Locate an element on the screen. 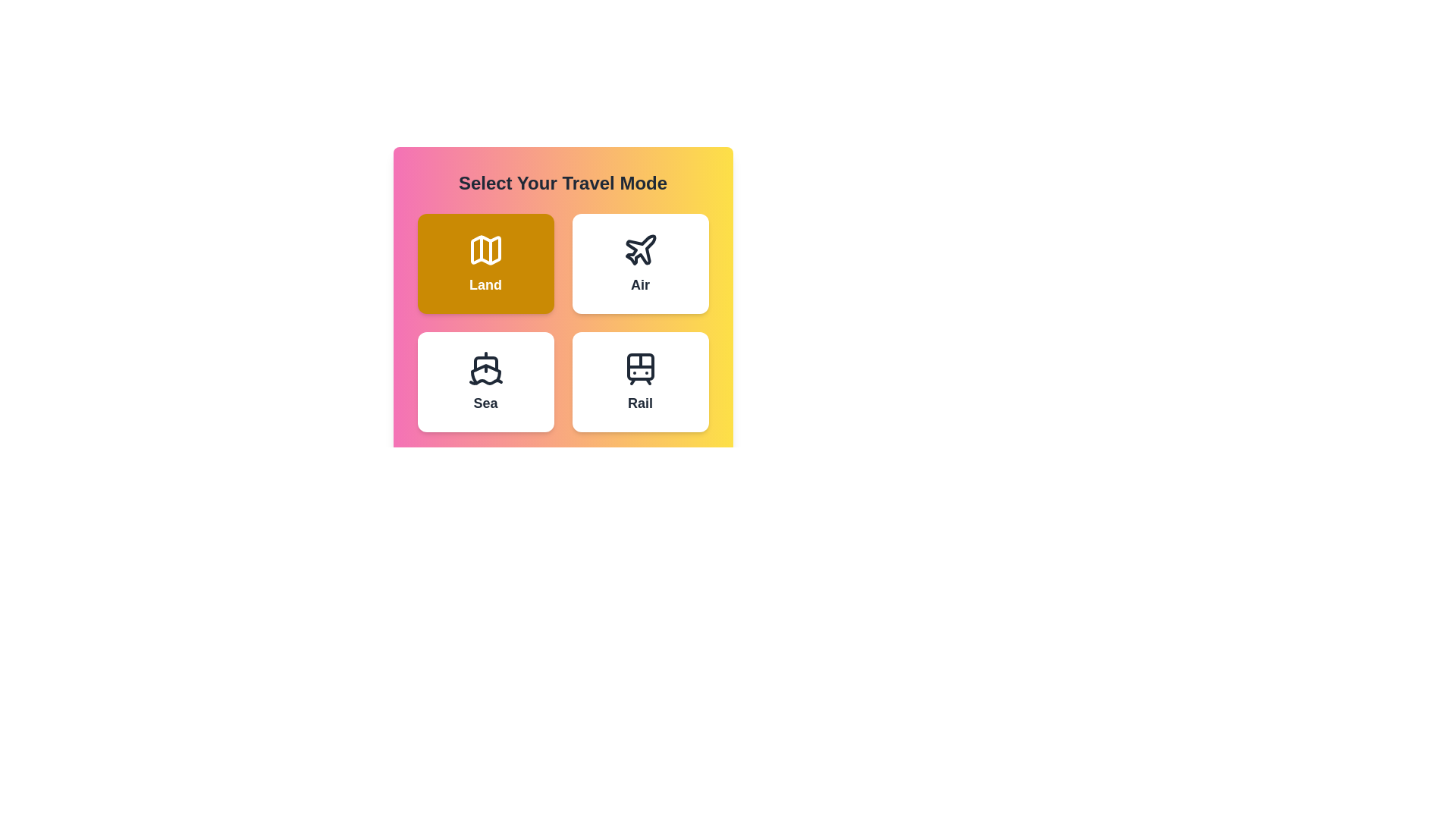 This screenshot has width=1456, height=819. the button corresponding to the travel mode Sea is located at coordinates (485, 381).